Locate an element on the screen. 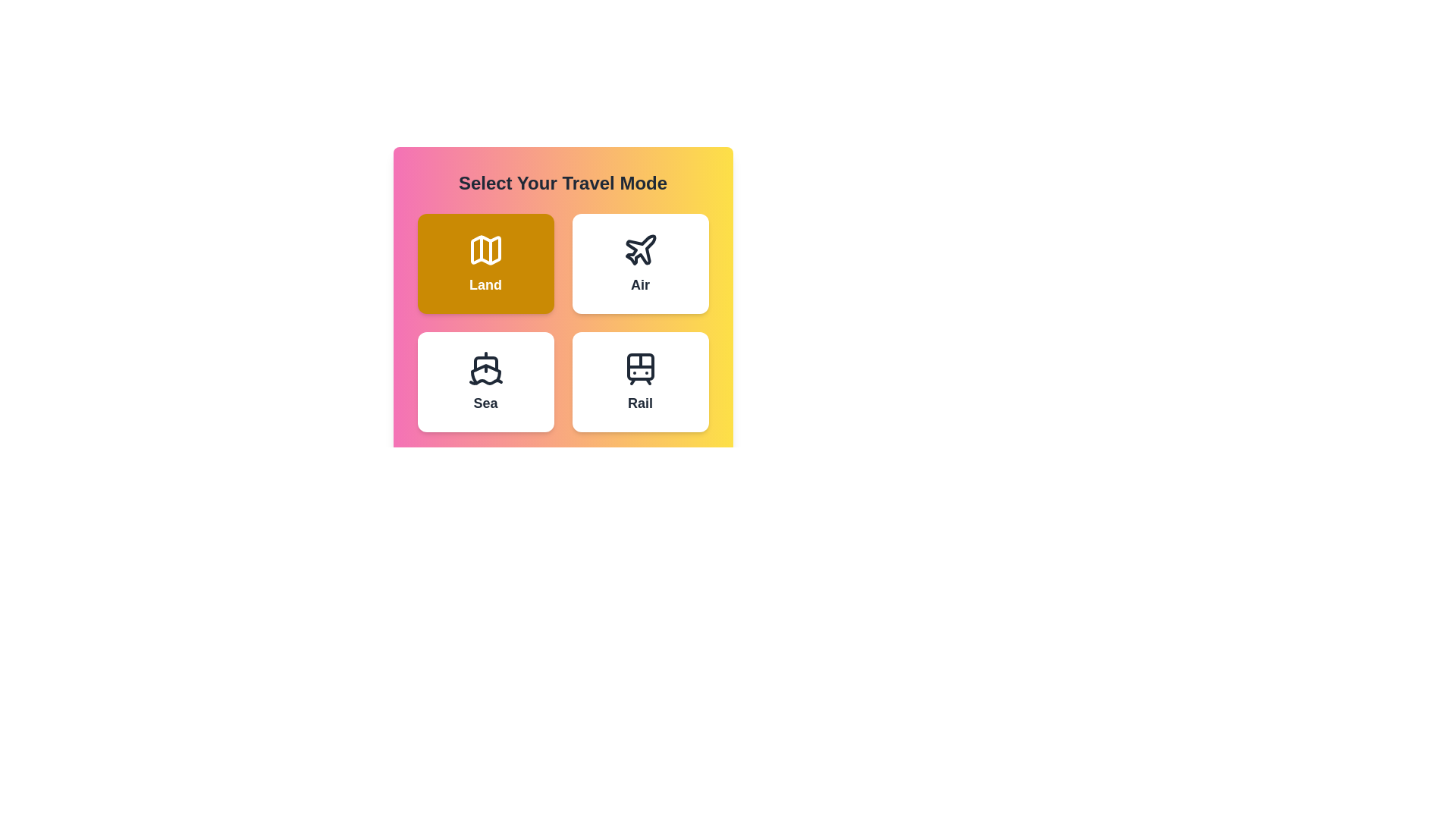 This screenshot has width=1456, height=819. the button corresponding to the travel mode Sea is located at coordinates (485, 381).